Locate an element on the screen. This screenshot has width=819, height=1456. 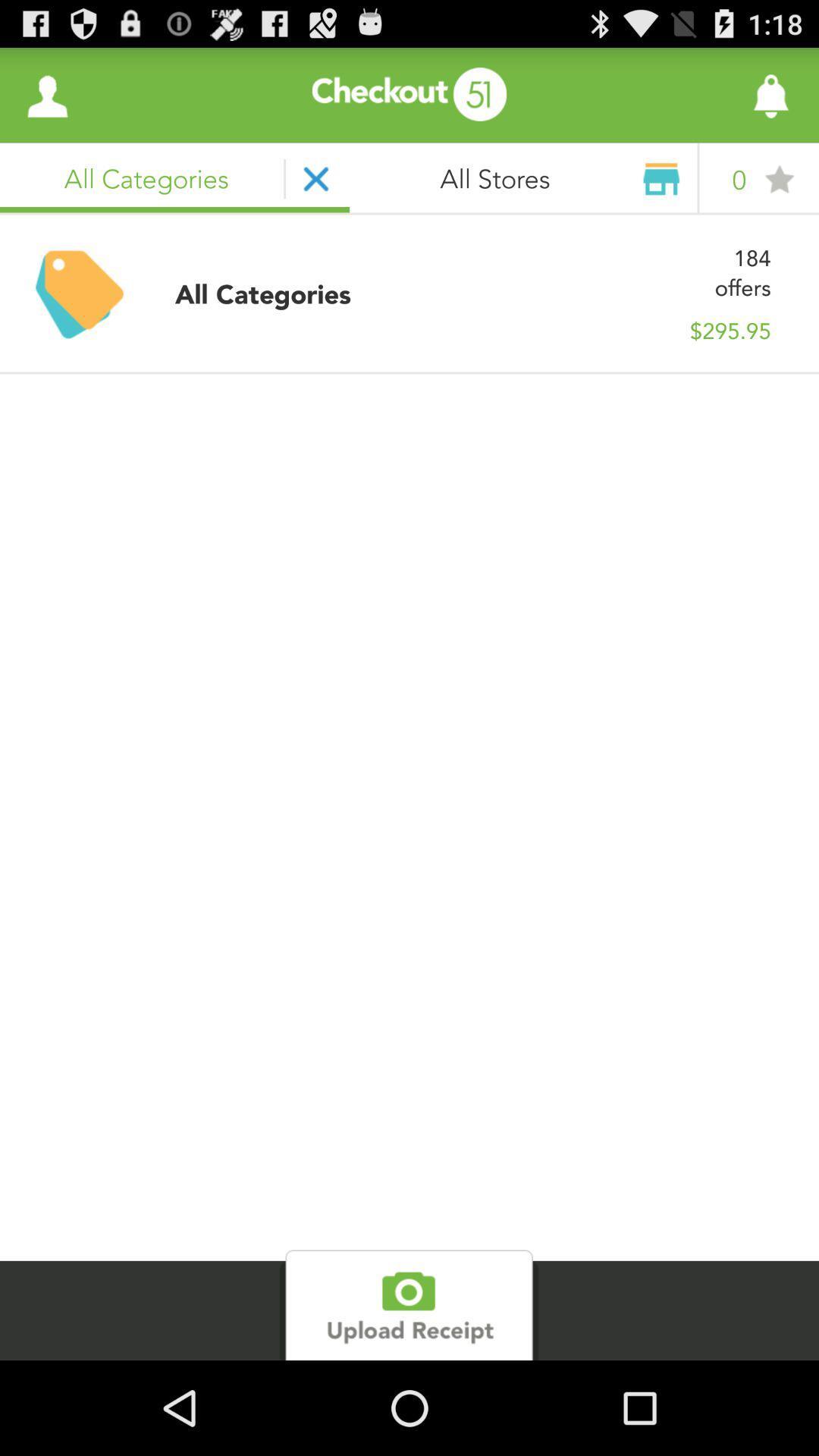
reminder is located at coordinates (728, 94).